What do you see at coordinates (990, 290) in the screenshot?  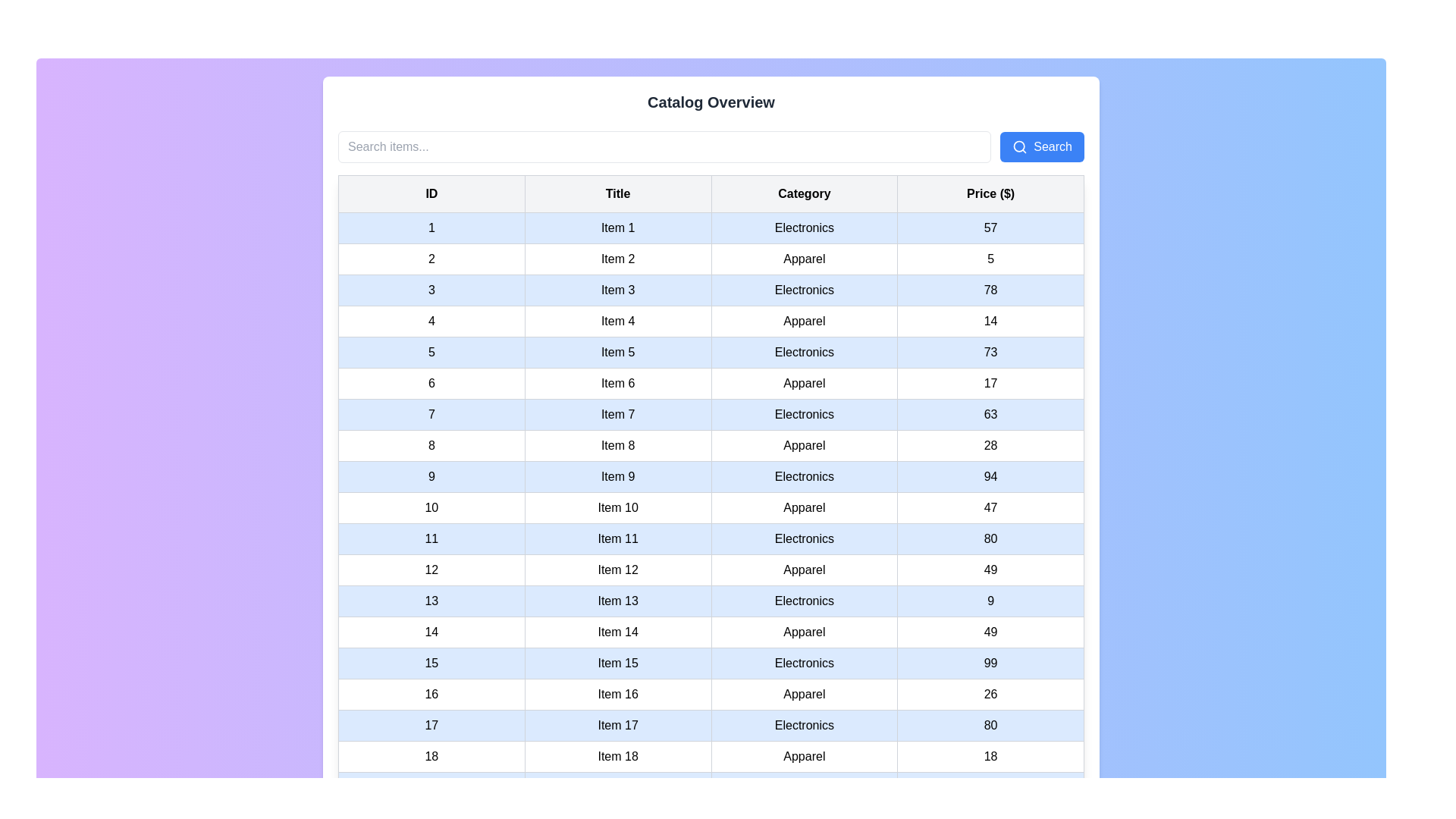 I see `the price data cell located in the fourth column of the third row of the table to focus on it` at bounding box center [990, 290].